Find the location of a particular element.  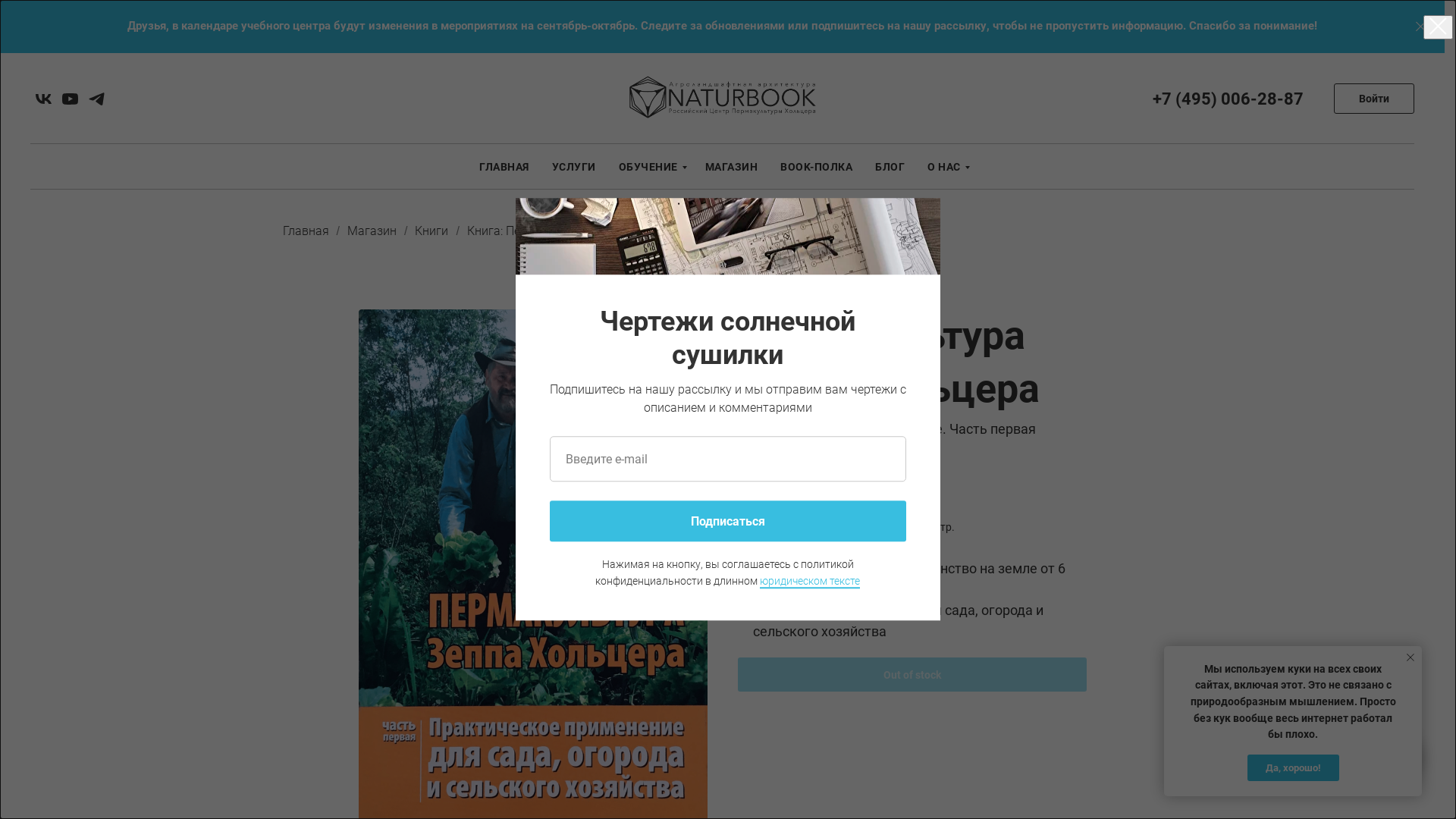

'+7 (495) 006-28-87' is located at coordinates (1228, 99).